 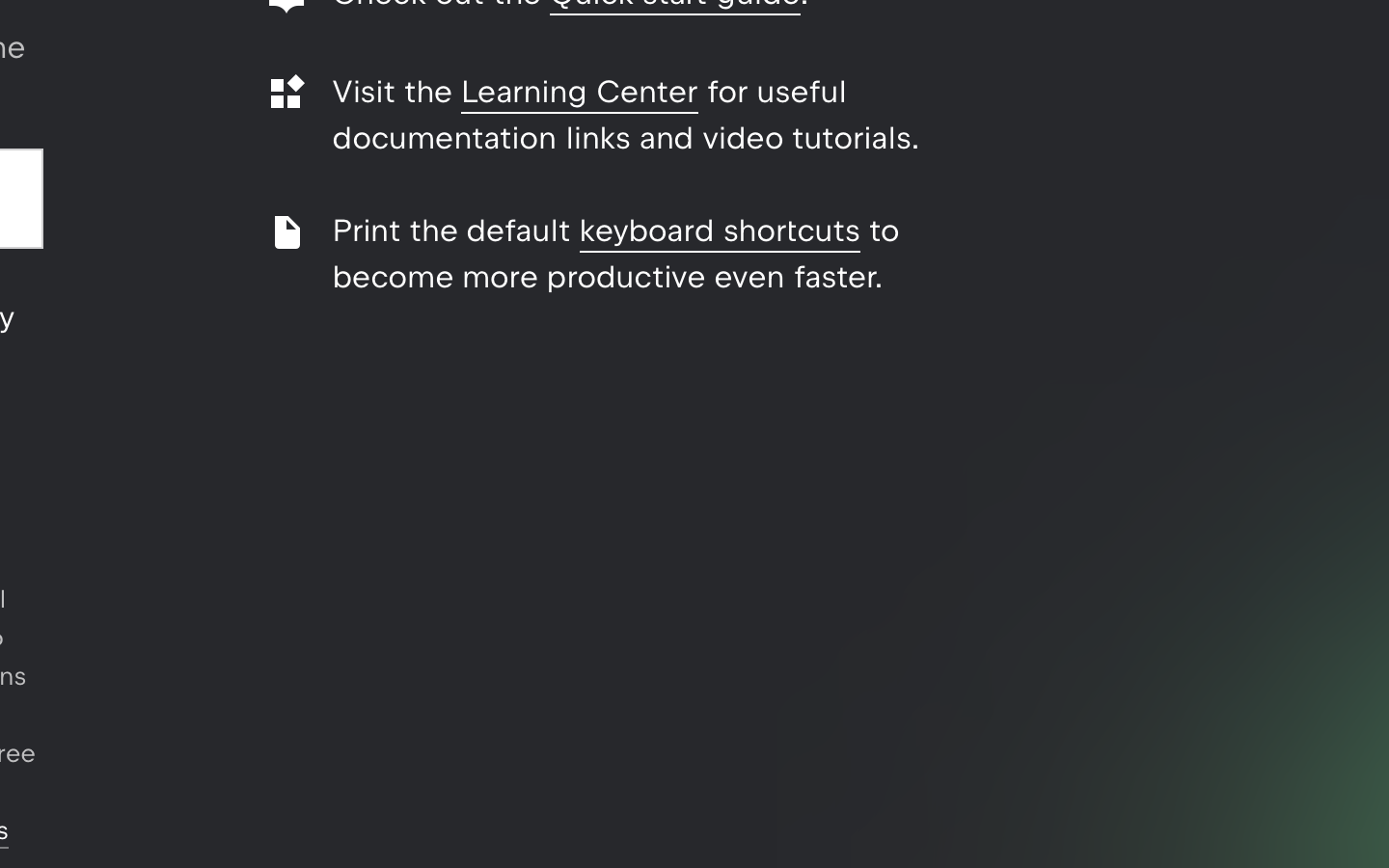 What do you see at coordinates (579, 91) in the screenshot?
I see `'Learning Center'` at bounding box center [579, 91].